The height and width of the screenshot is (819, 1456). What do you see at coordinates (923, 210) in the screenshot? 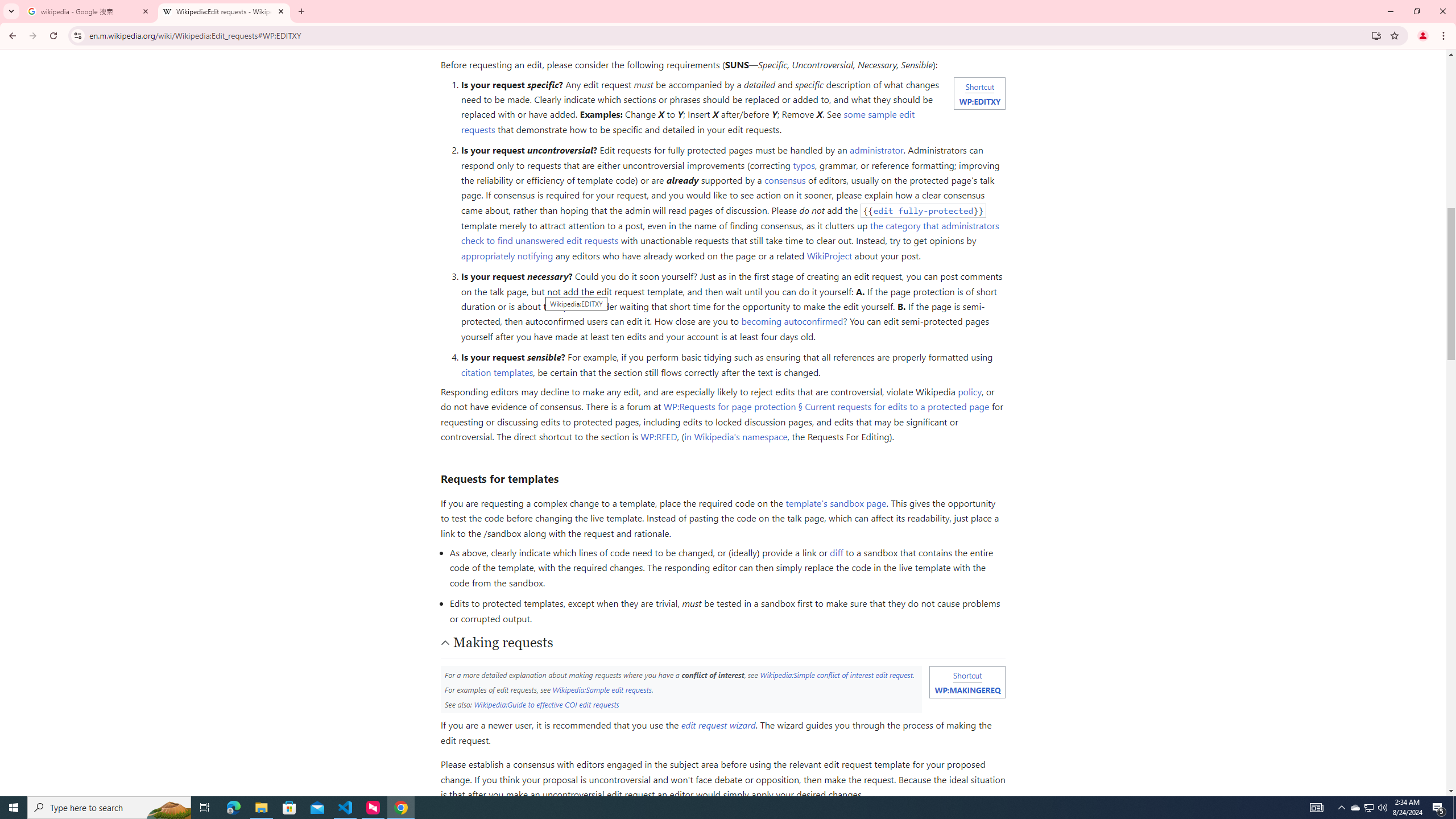
I see `'edit fully-protected'` at bounding box center [923, 210].